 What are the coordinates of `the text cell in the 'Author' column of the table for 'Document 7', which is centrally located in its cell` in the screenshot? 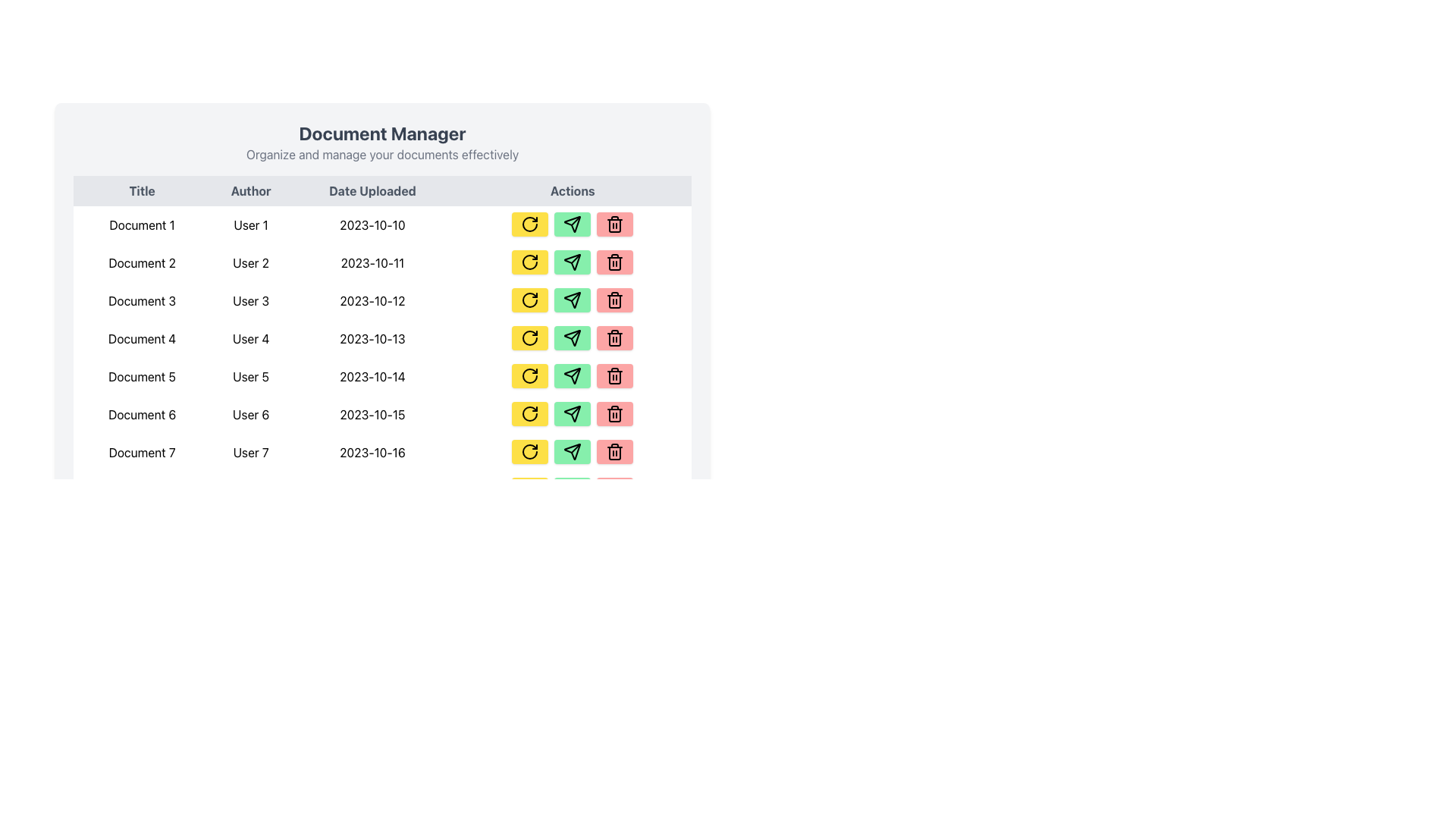 It's located at (251, 452).